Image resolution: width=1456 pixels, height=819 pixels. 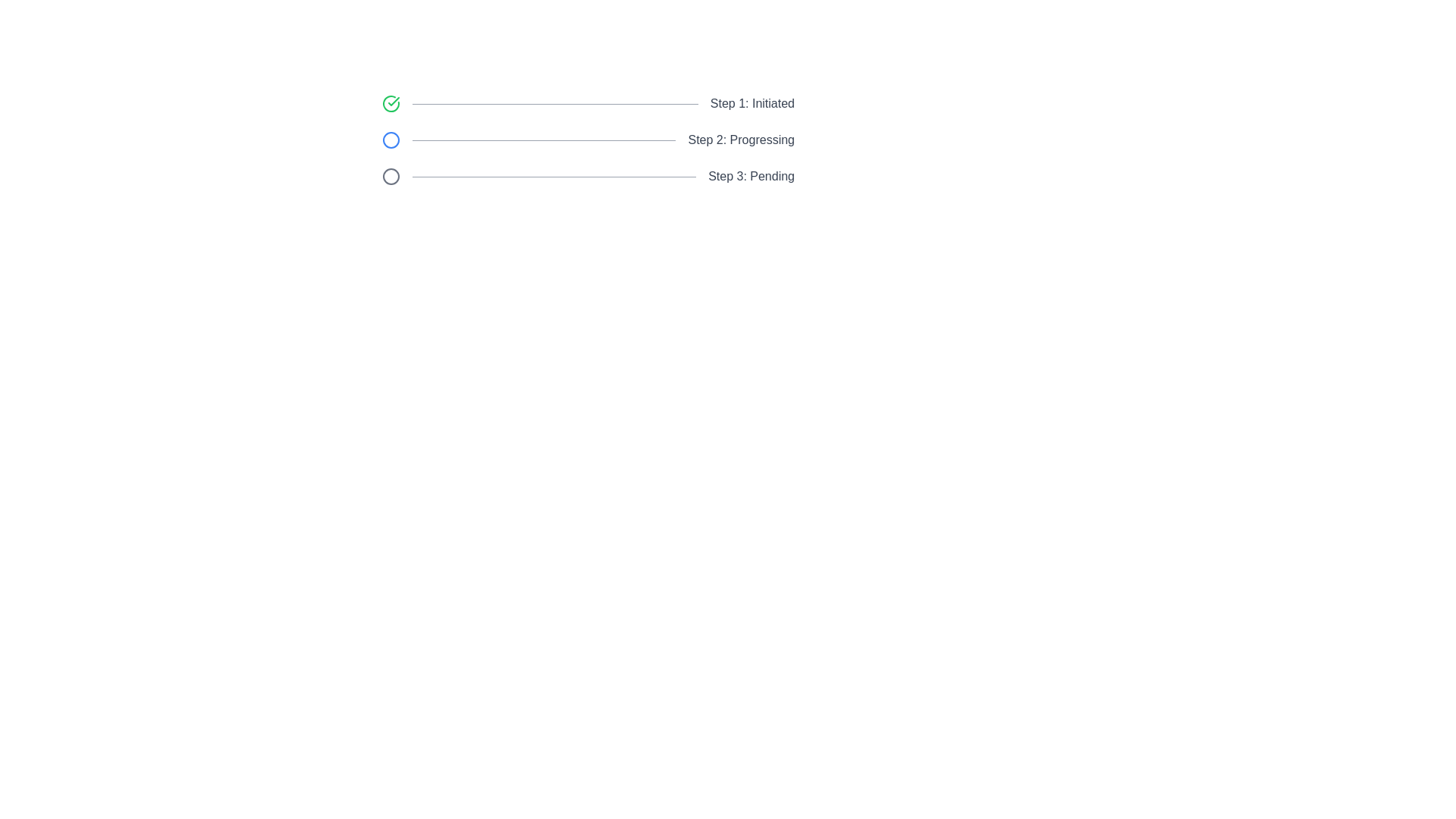 I want to click on the circular status icon with a blue outline located to the left of the text 'Step 2: Progressing', so click(x=391, y=140).